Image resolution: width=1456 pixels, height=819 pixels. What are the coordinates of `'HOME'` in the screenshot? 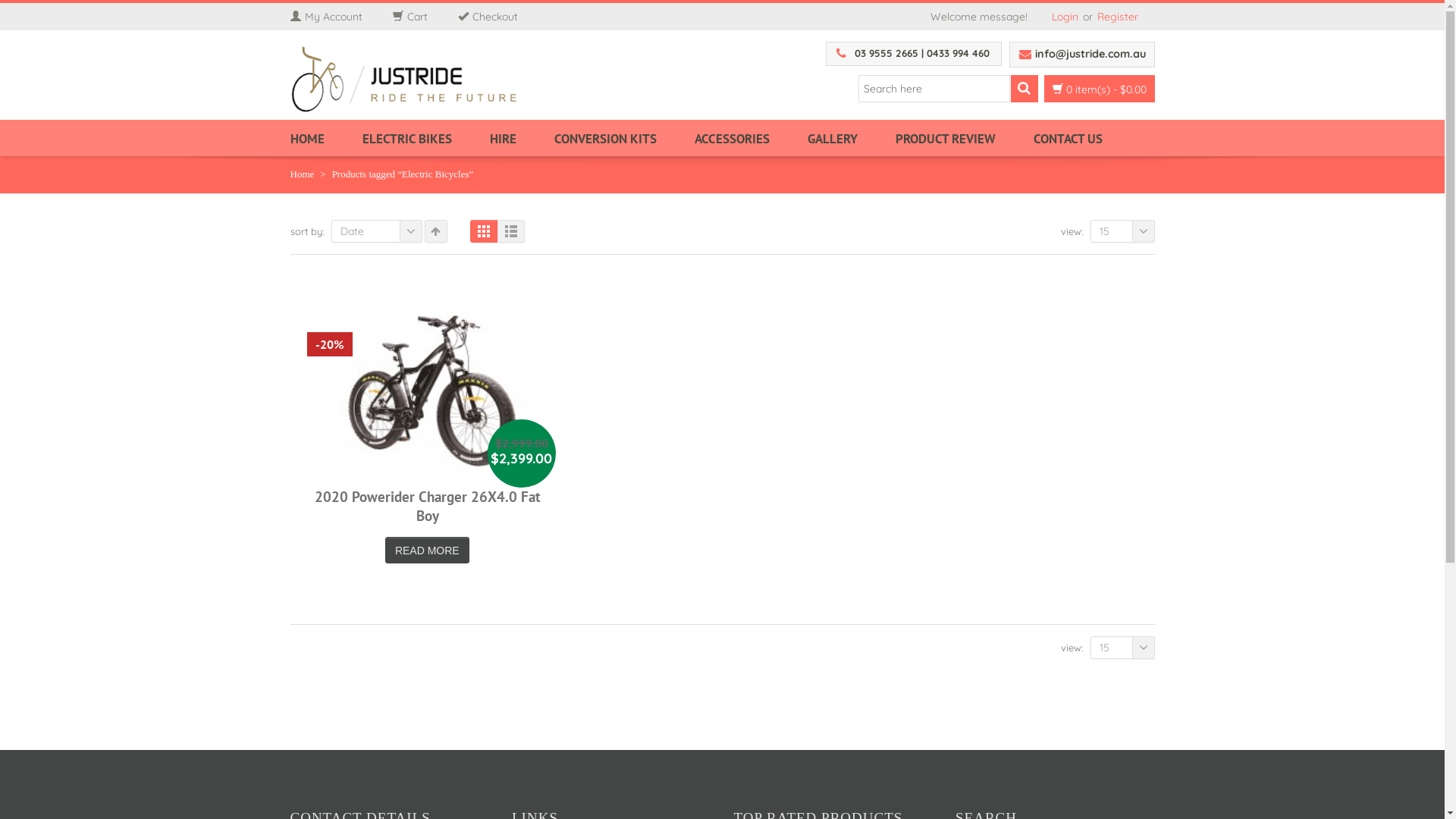 It's located at (325, 137).